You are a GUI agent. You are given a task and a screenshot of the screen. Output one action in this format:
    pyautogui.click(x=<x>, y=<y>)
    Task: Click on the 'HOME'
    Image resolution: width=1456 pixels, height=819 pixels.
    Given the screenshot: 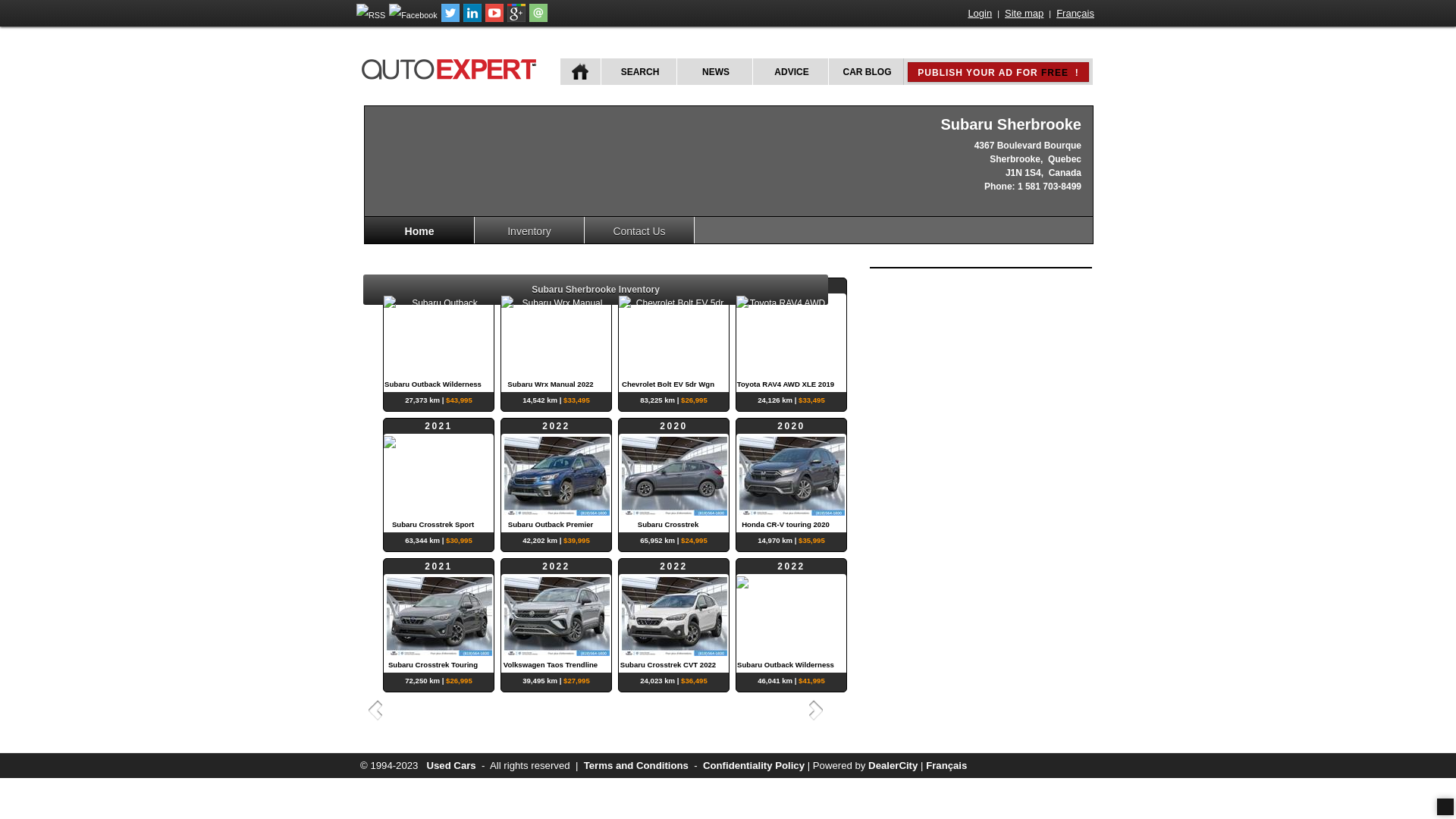 What is the action you would take?
    pyautogui.click(x=560, y=71)
    